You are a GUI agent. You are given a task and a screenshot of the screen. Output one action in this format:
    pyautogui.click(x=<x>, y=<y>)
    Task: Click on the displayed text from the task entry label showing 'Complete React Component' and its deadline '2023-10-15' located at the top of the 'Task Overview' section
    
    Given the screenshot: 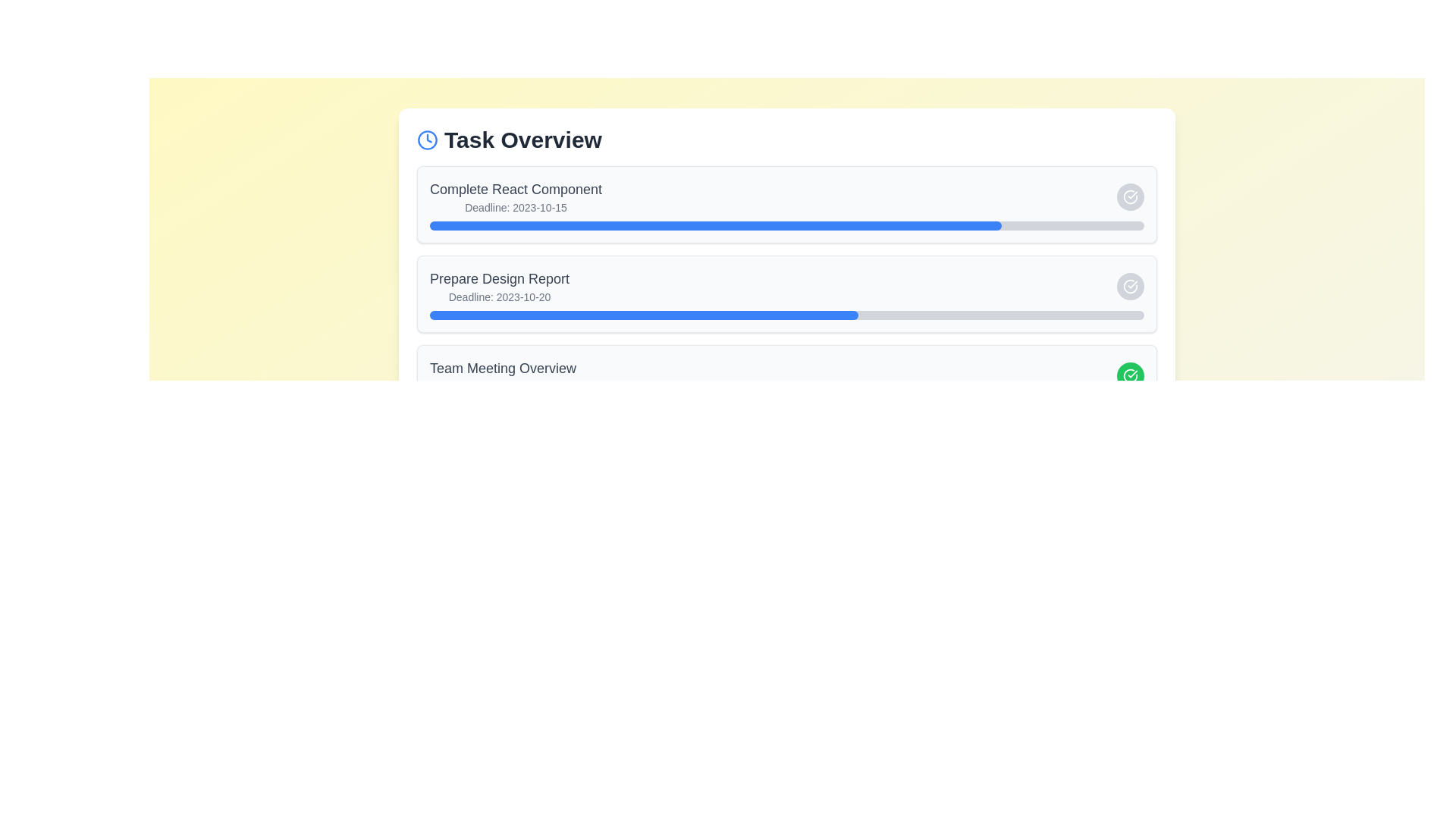 What is the action you would take?
    pyautogui.click(x=516, y=196)
    